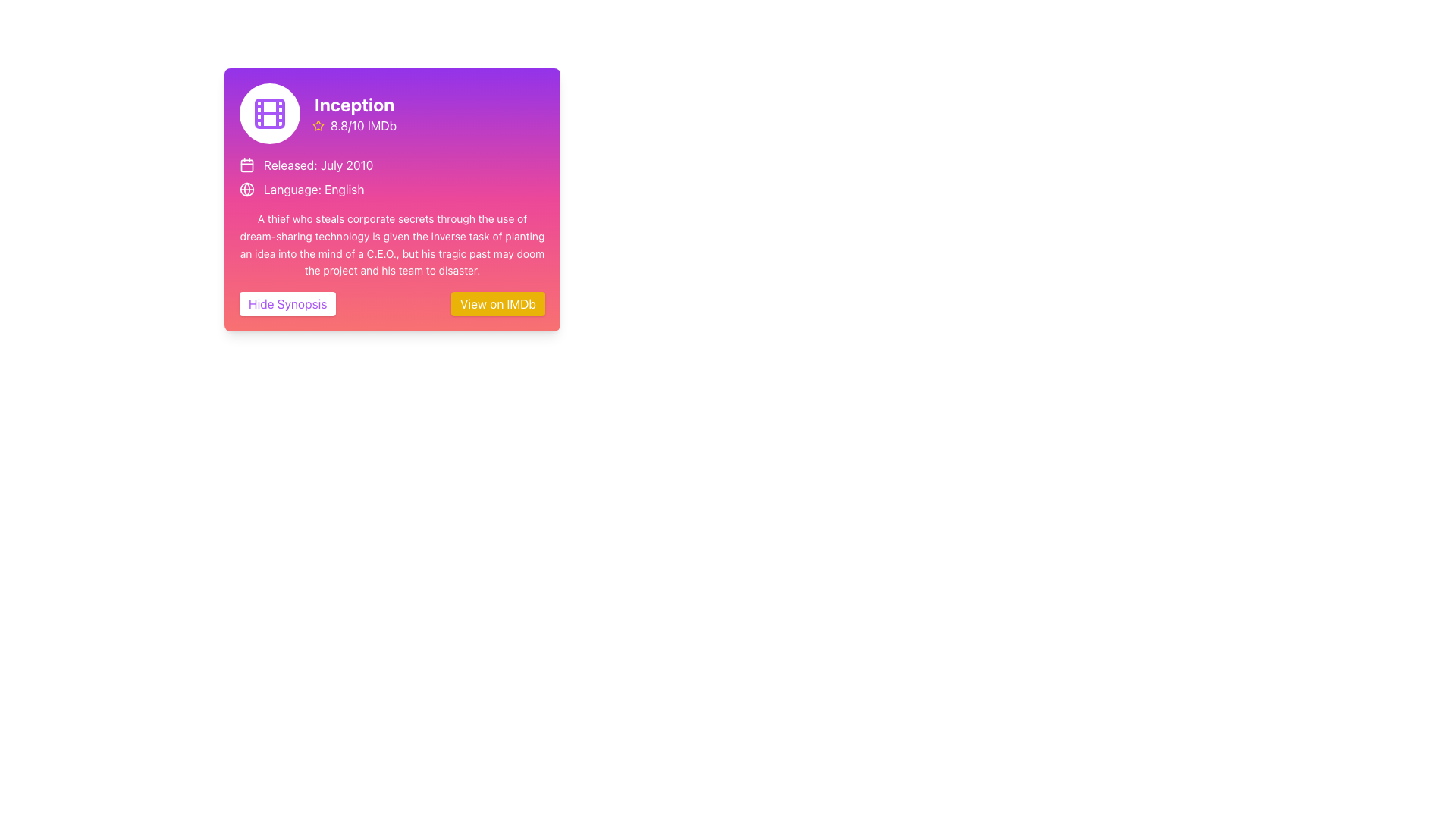 This screenshot has height=819, width=1456. I want to click on textual and visual information displayed in the Text with Icon Display that shows the movie title 'Inception' and its IMDb rating, located in the top-right region of the gradient-colored card next to the film reel icon, so click(353, 113).